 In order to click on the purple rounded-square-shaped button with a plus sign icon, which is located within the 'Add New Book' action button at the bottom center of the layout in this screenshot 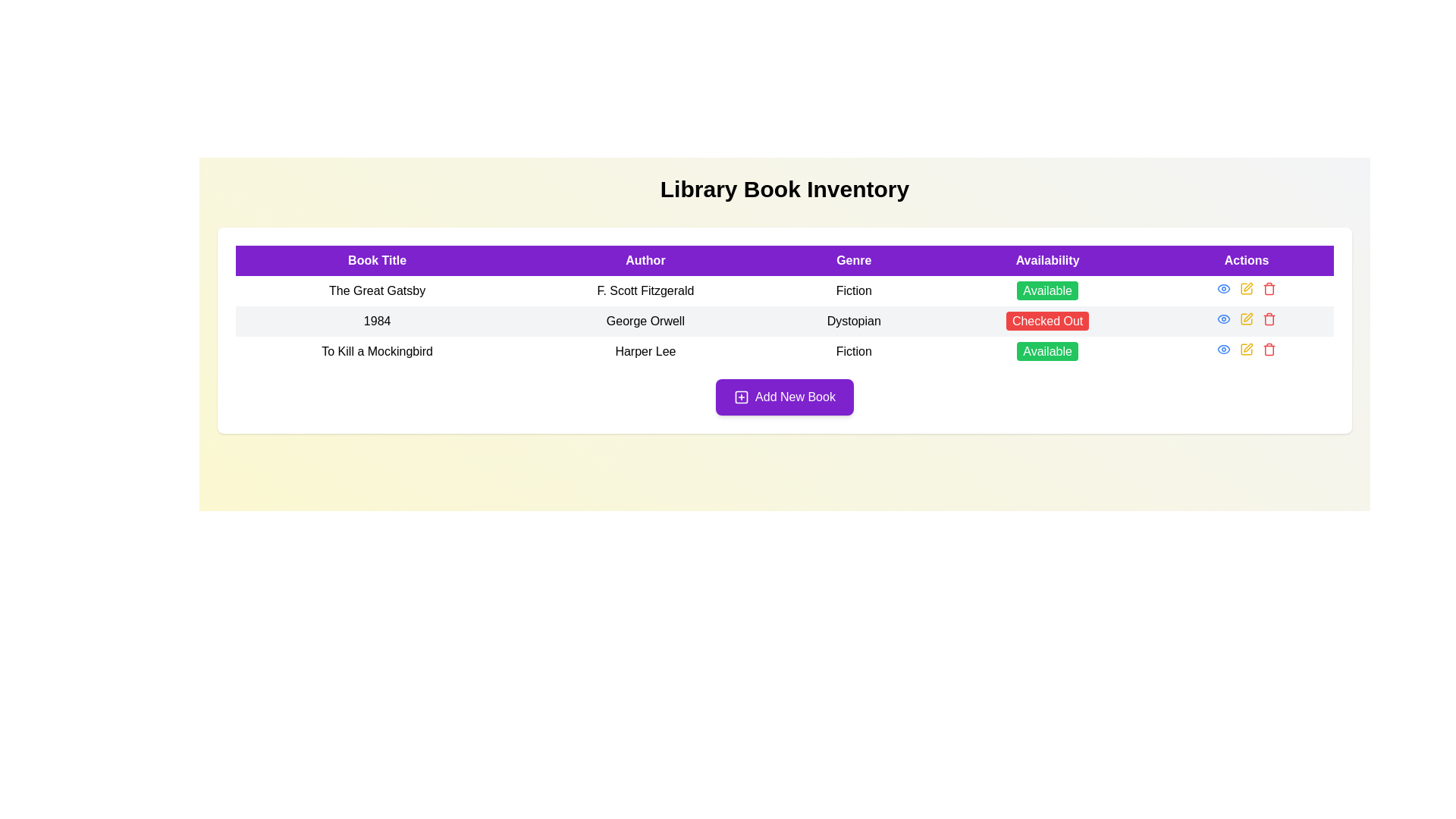, I will do `click(742, 397)`.